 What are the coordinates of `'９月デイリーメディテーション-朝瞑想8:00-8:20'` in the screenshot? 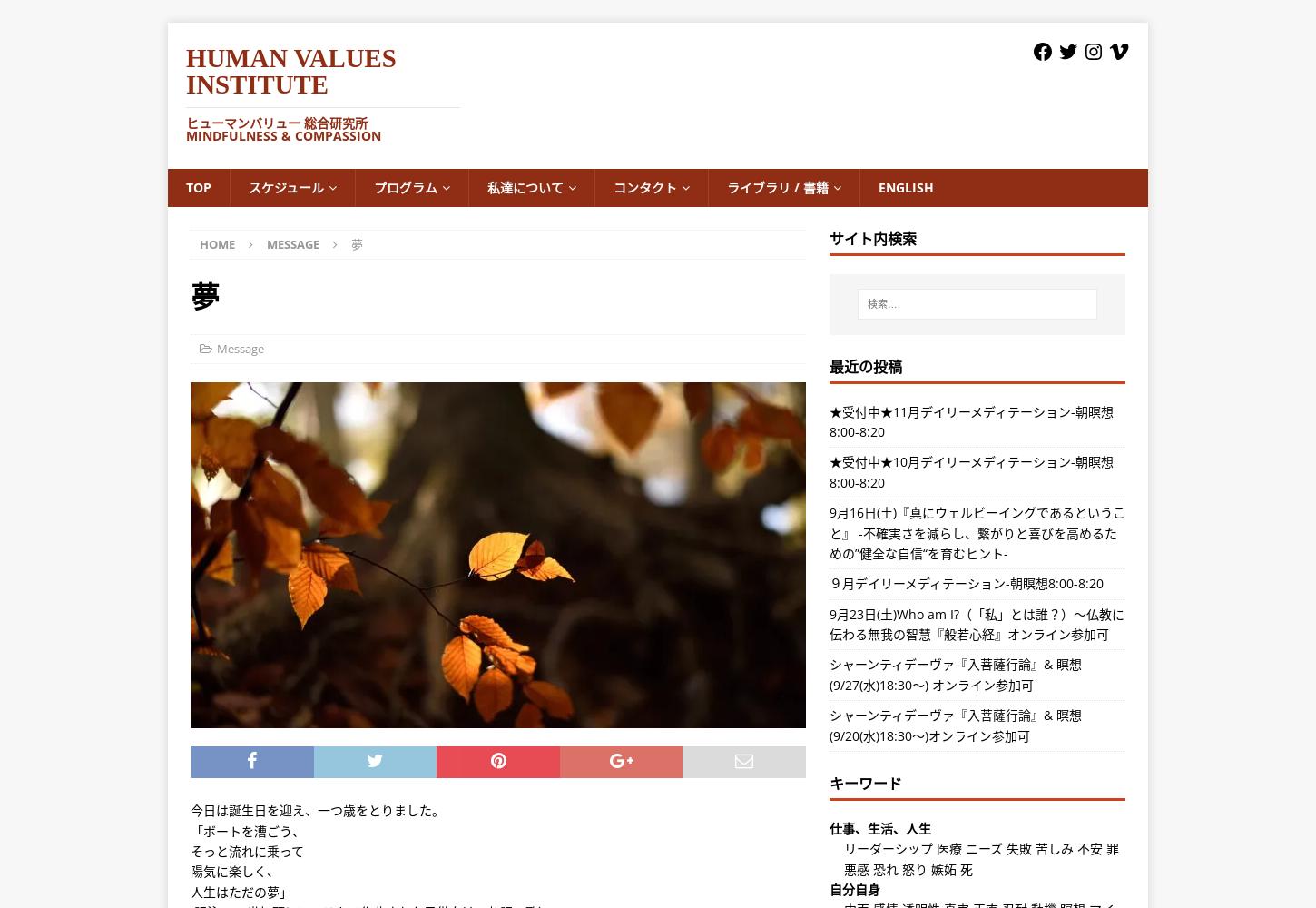 It's located at (828, 583).